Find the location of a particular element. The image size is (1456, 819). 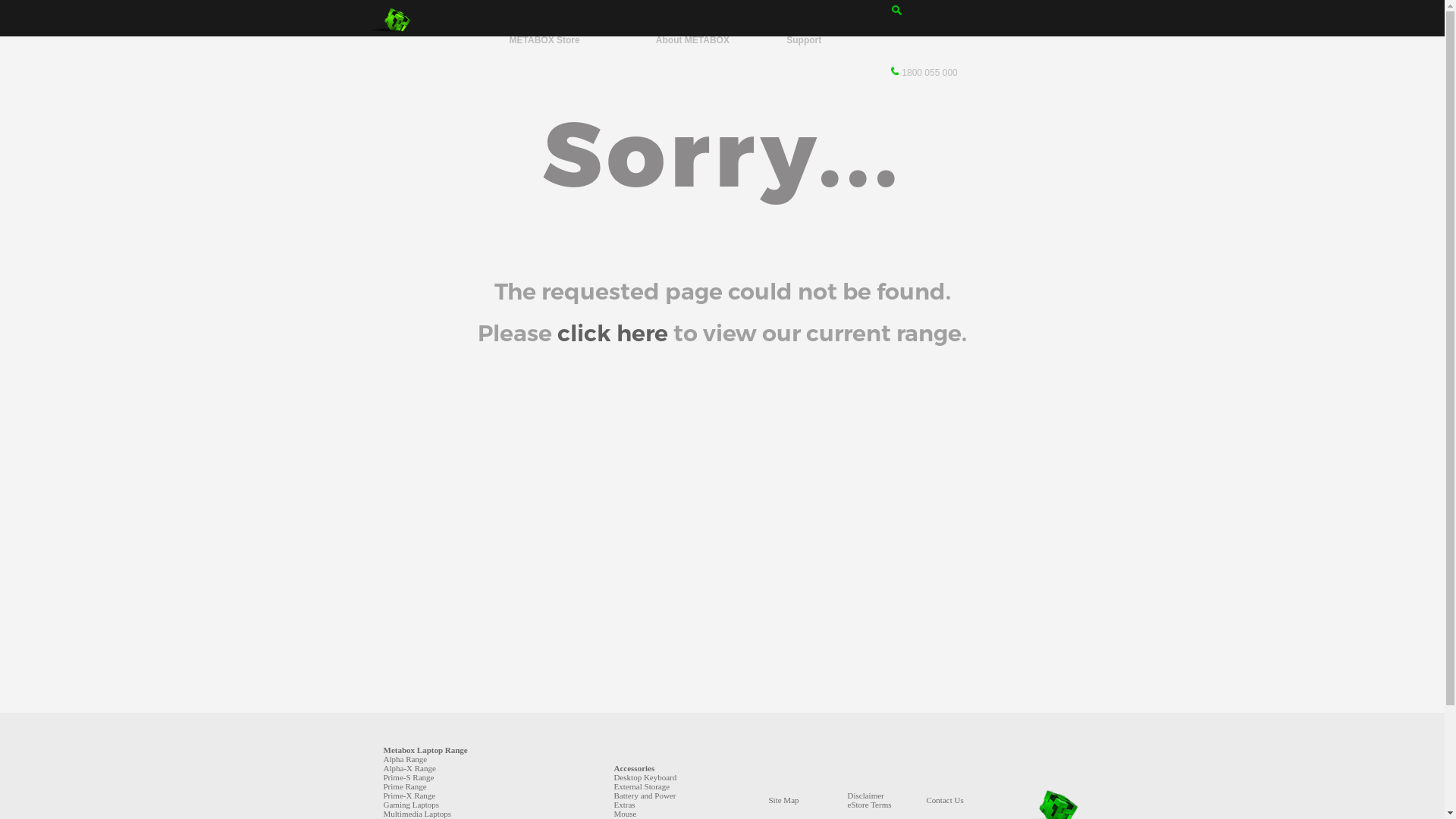

'Battery and Power' is located at coordinates (645, 795).